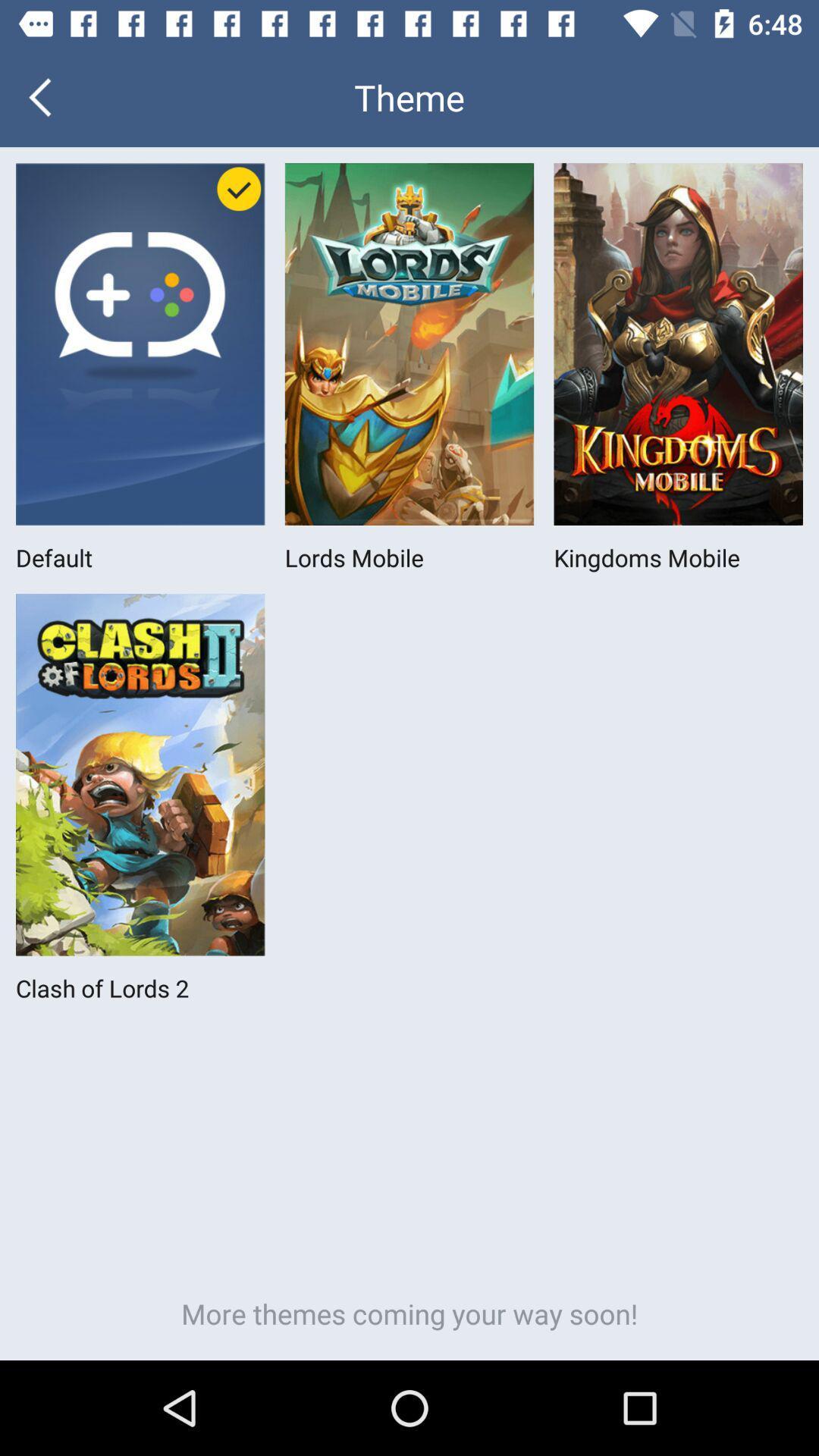 The width and height of the screenshot is (819, 1456). Describe the element at coordinates (677, 344) in the screenshot. I see `the kingdoms mobile picture` at that location.